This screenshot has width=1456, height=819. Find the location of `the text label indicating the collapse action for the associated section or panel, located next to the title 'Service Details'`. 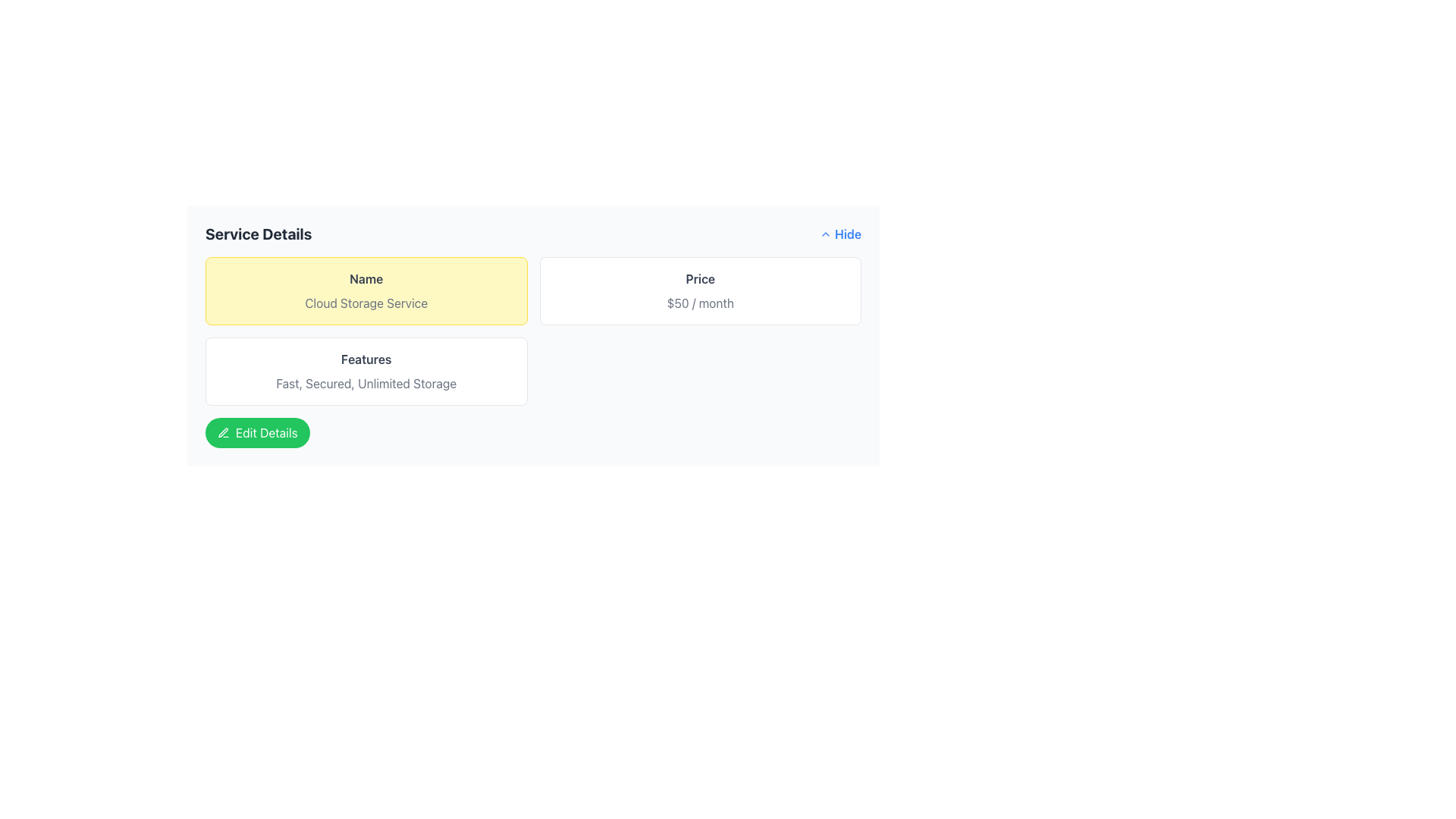

the text label indicating the collapse action for the associated section or panel, located next to the title 'Service Details' is located at coordinates (847, 234).